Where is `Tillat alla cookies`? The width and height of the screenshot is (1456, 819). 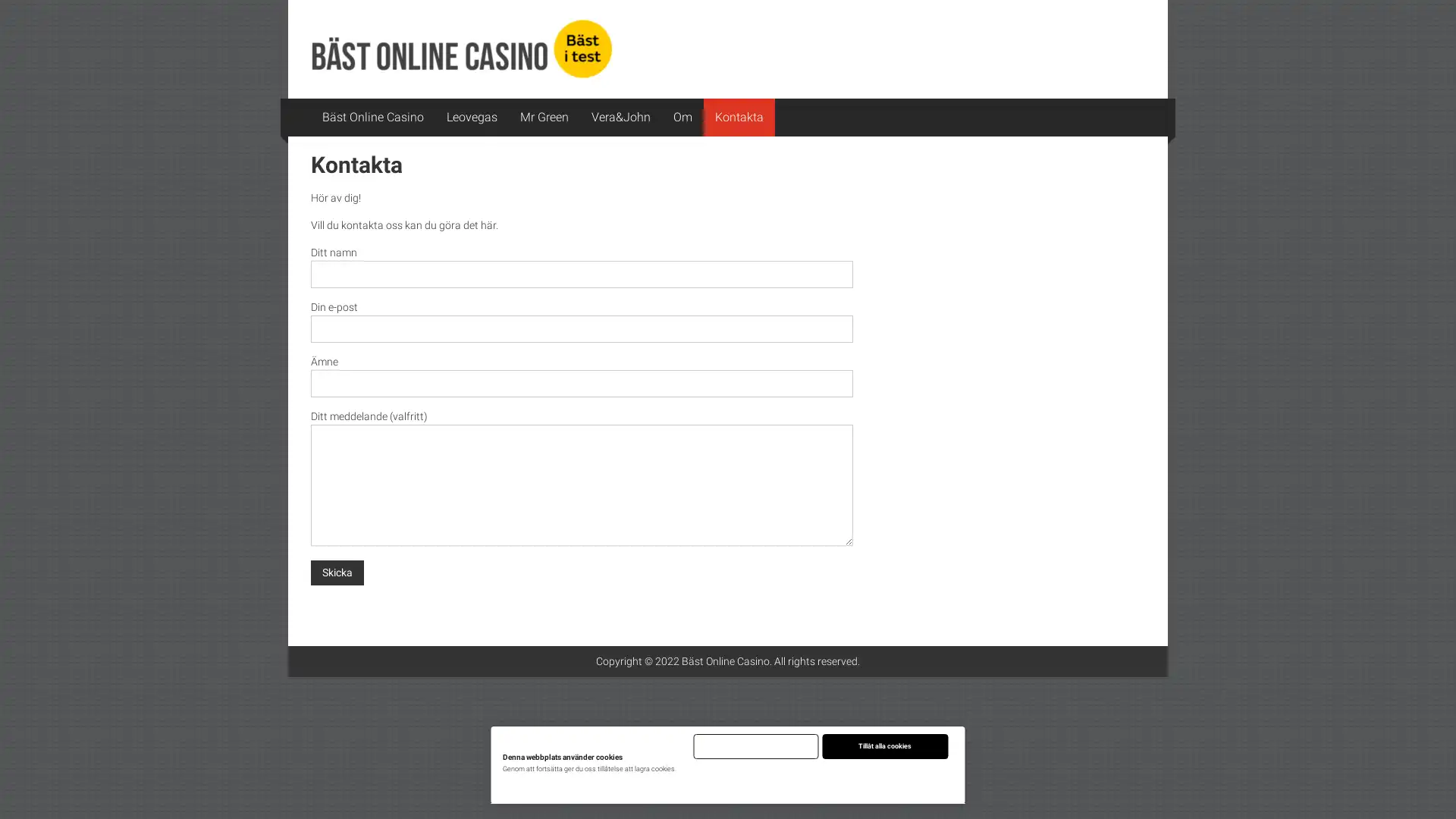 Tillat alla cookies is located at coordinates (884, 745).